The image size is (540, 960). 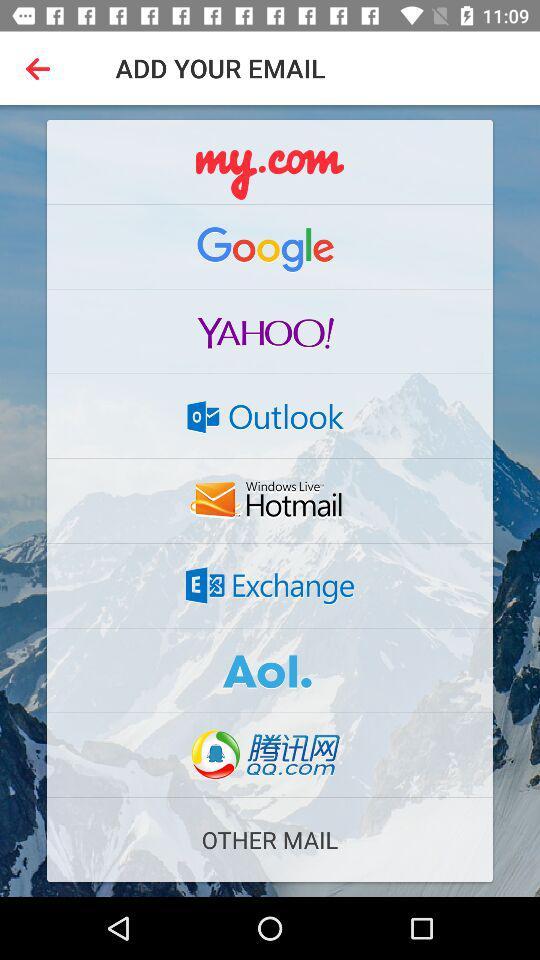 I want to click on aol, so click(x=270, y=670).